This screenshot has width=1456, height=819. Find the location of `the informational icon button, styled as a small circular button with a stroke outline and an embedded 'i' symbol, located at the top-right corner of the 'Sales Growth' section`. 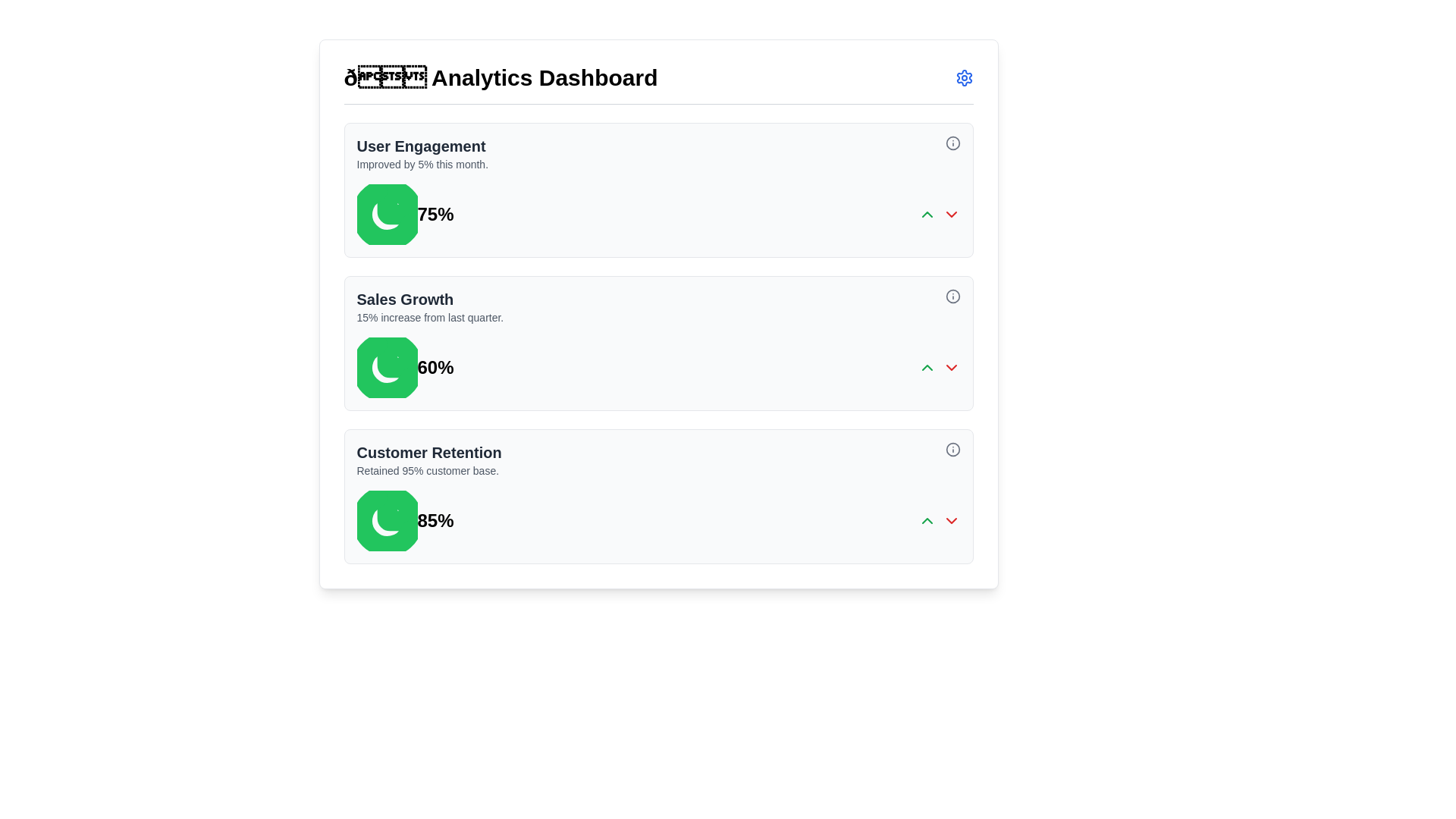

the informational icon button, styled as a small circular button with a stroke outline and an embedded 'i' symbol, located at the top-right corner of the 'Sales Growth' section is located at coordinates (952, 296).